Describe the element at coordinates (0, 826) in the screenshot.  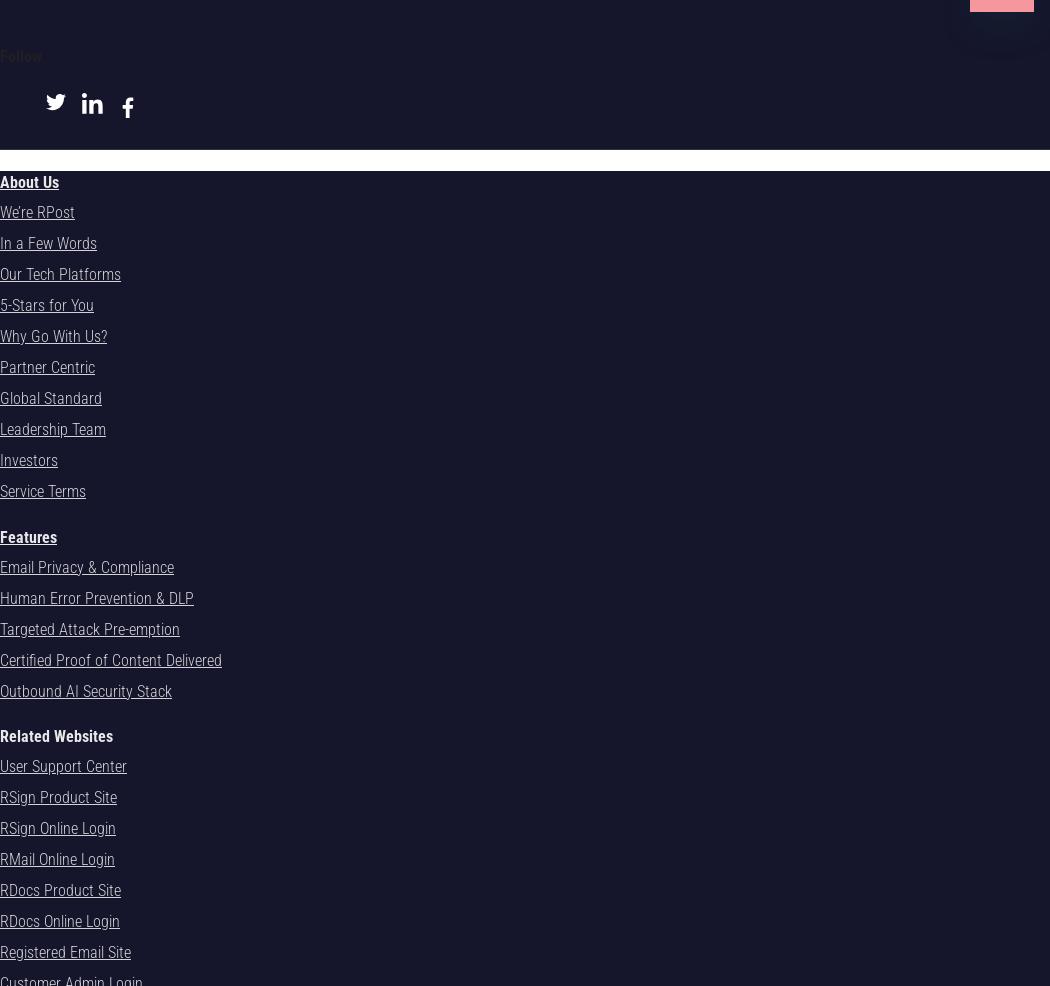
I see `'RSign Online Login'` at that location.